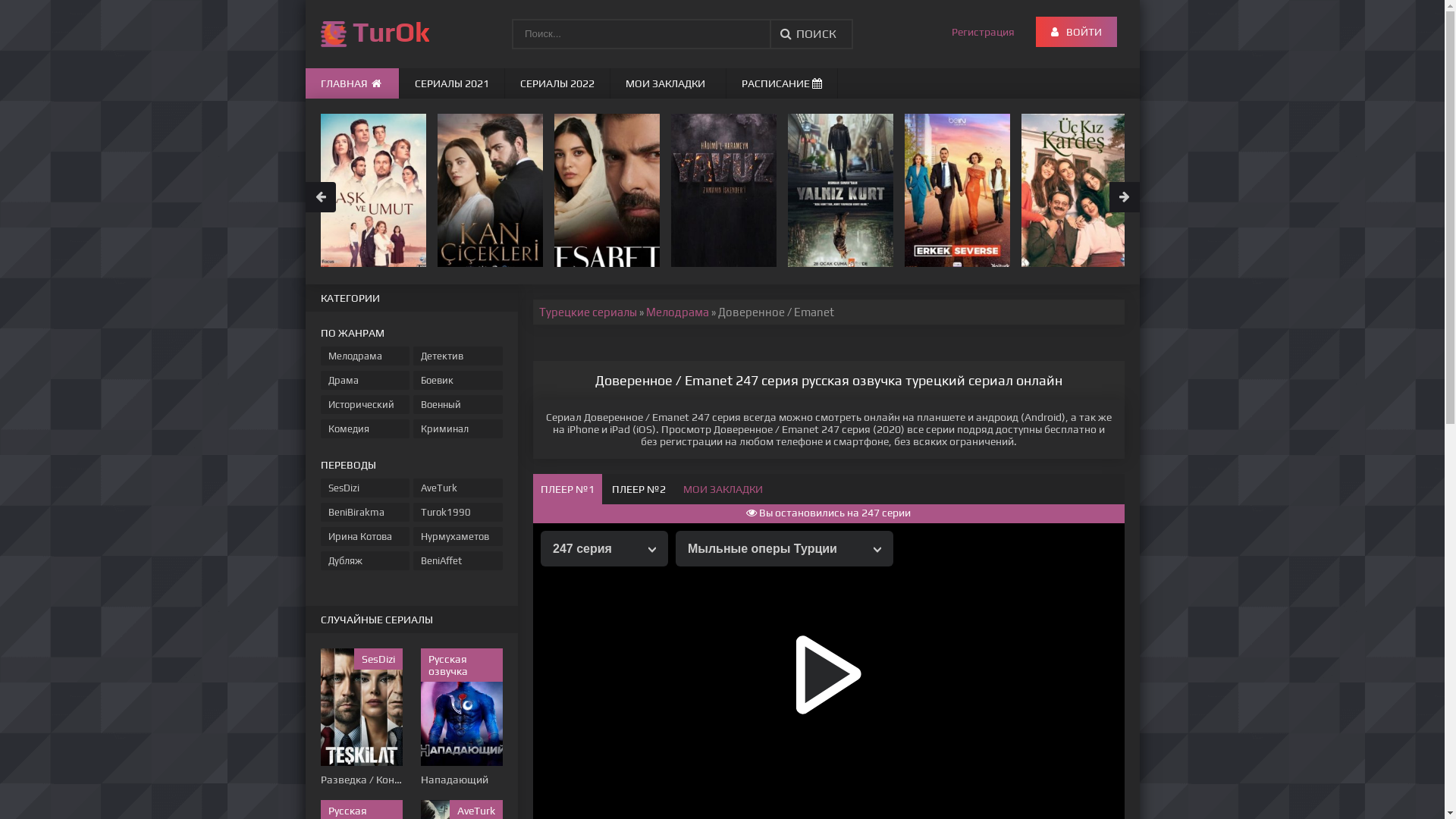 The height and width of the screenshot is (819, 1456). What do you see at coordinates (457, 488) in the screenshot?
I see `'AveTurk'` at bounding box center [457, 488].